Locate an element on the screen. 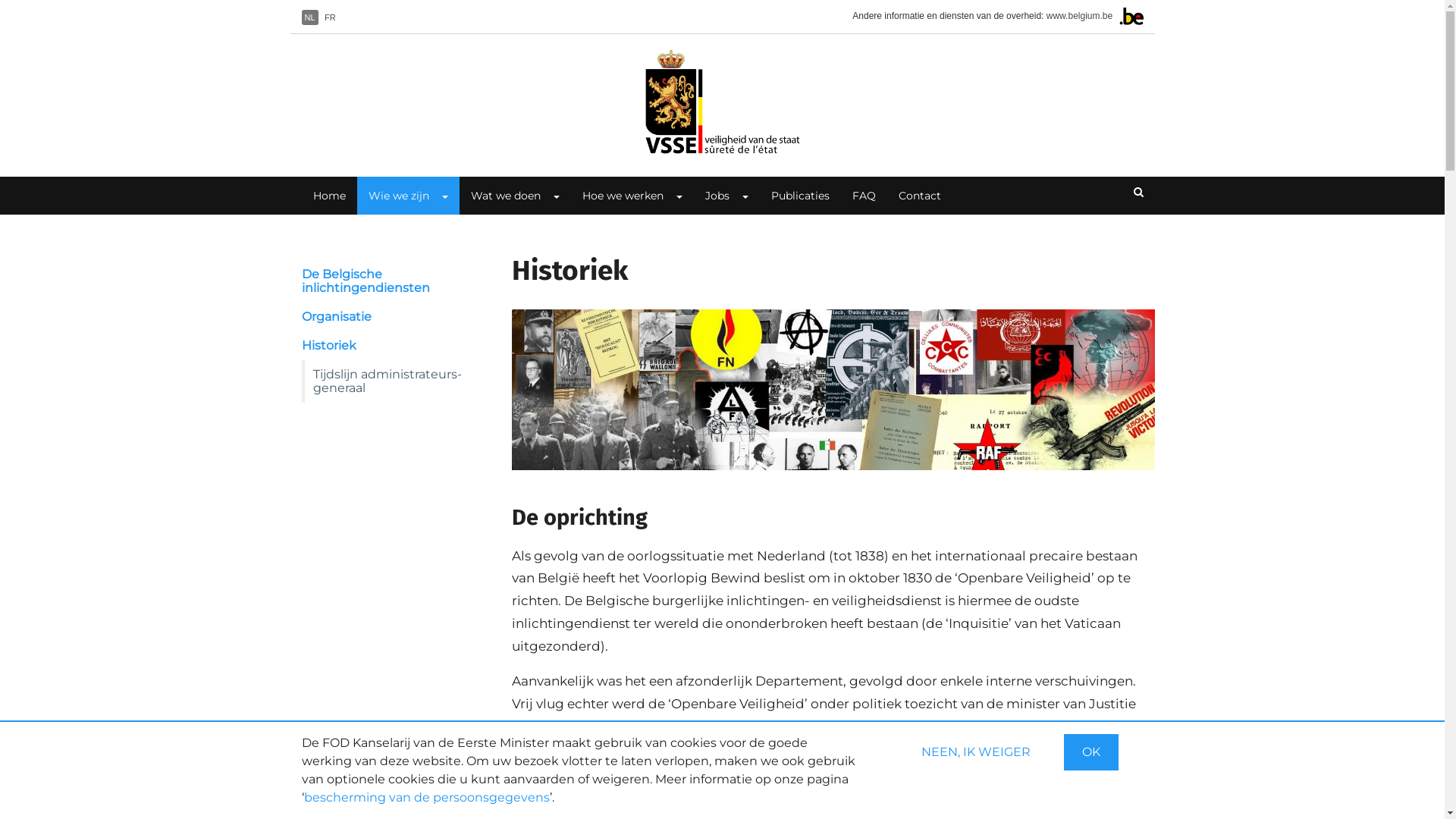 The height and width of the screenshot is (819, 1456). 'Open Wat we doen Submenu' is located at coordinates (539, 195).